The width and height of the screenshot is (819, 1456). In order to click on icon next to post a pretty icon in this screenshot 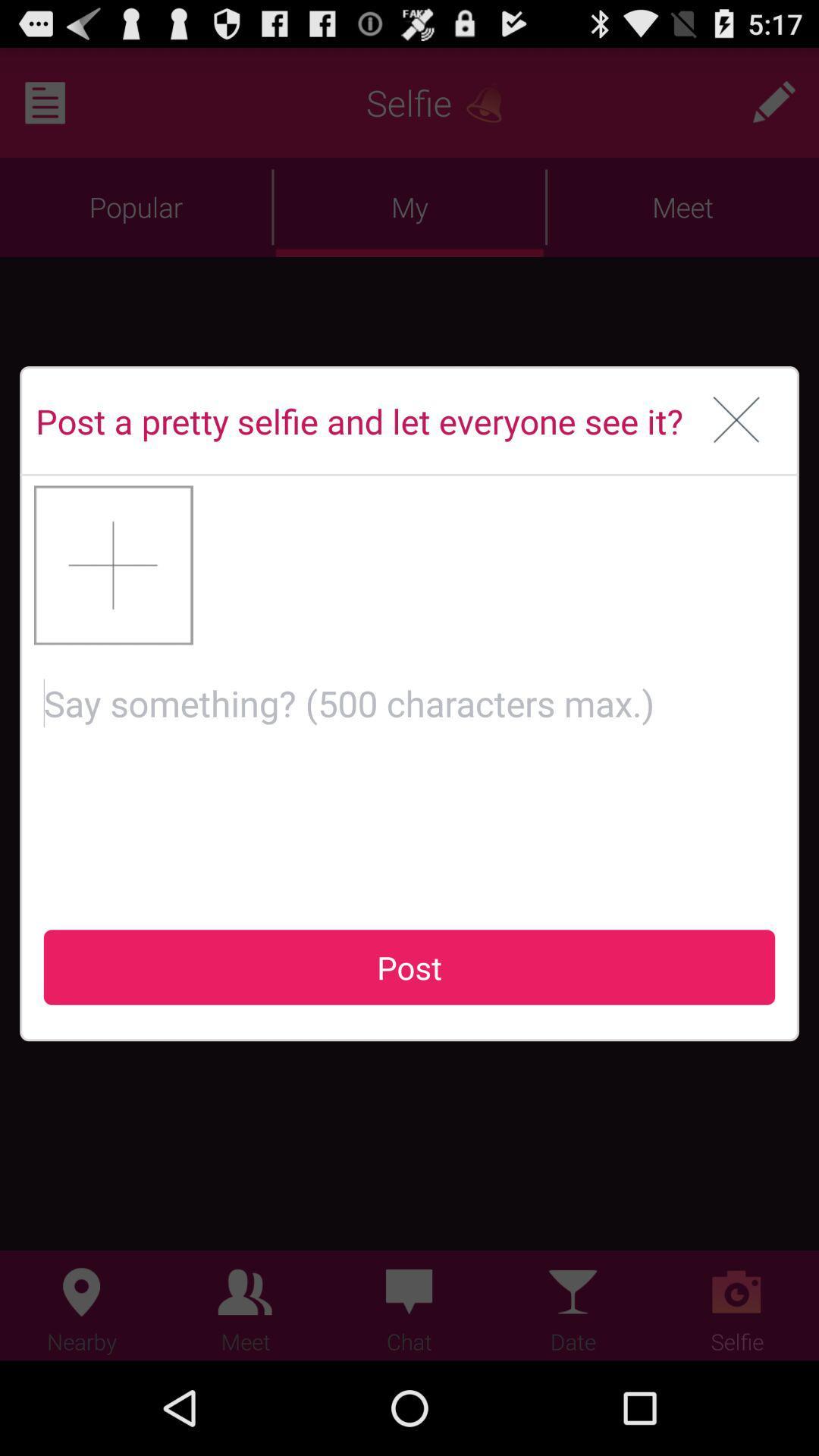, I will do `click(736, 421)`.